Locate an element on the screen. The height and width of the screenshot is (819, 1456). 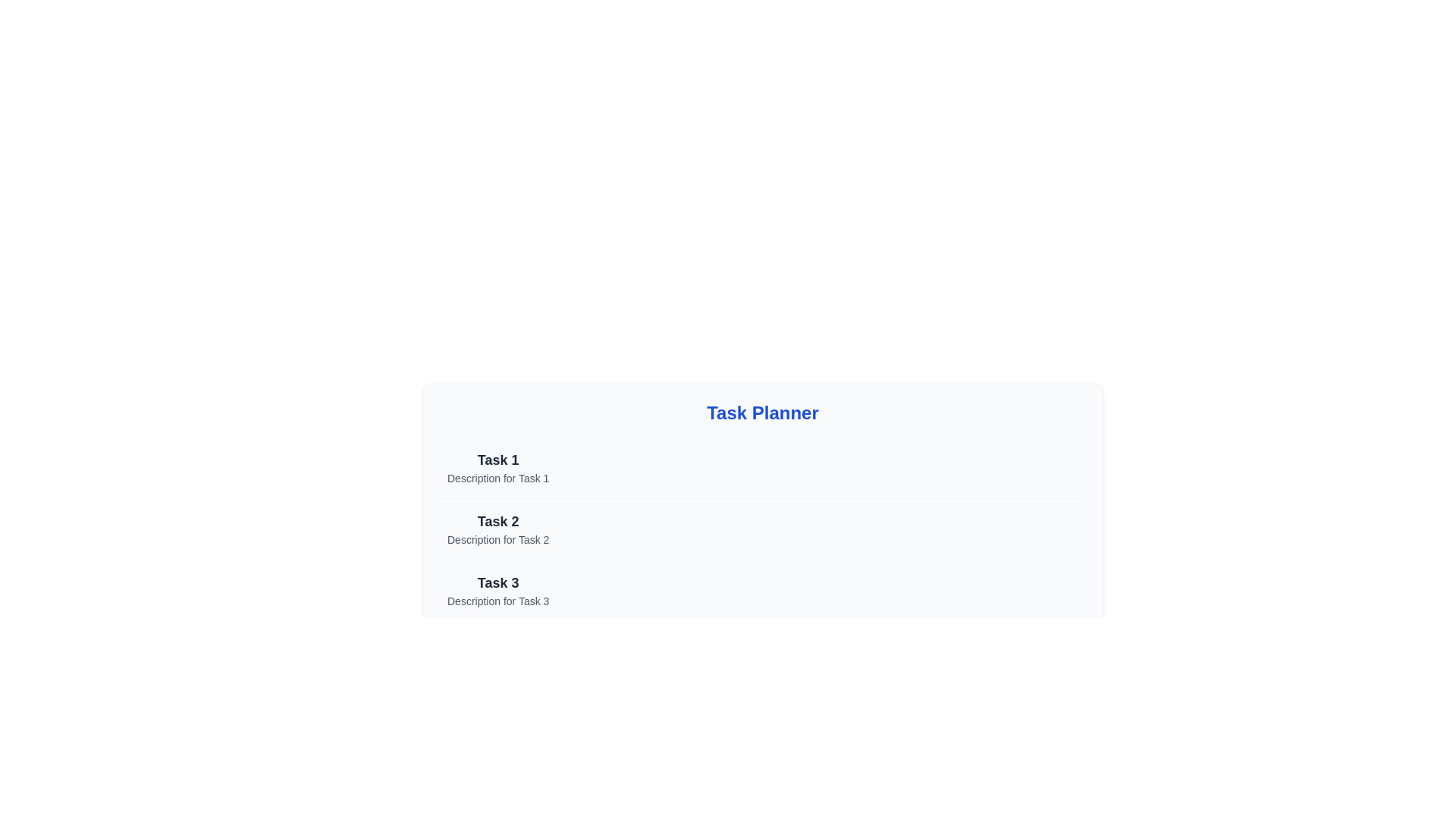
text content of the heading located at the top of the content panel, centered horizontally above the list of tasks is located at coordinates (763, 413).